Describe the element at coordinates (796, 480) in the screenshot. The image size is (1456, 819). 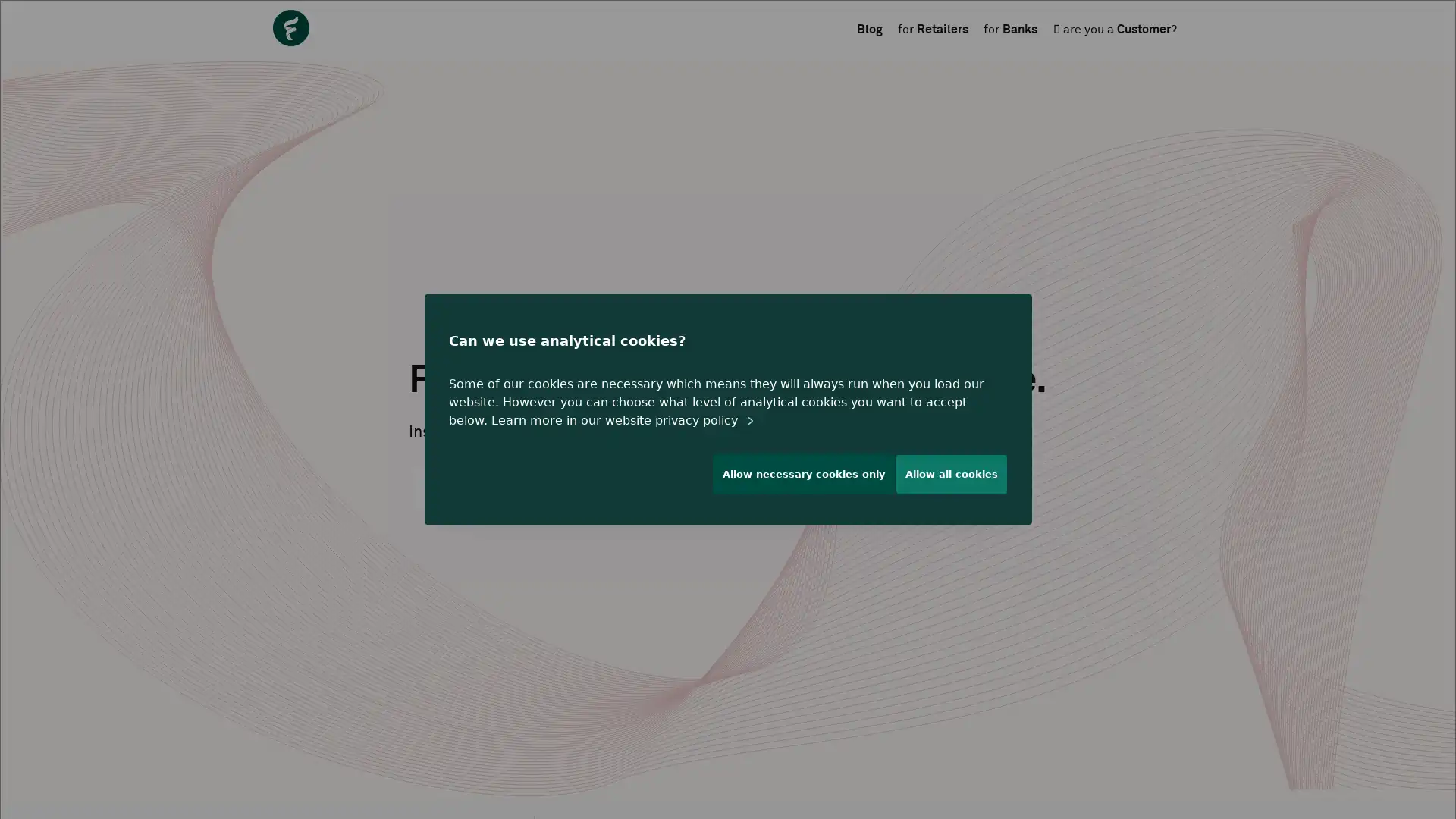
I see `Allow necessary cookies only` at that location.